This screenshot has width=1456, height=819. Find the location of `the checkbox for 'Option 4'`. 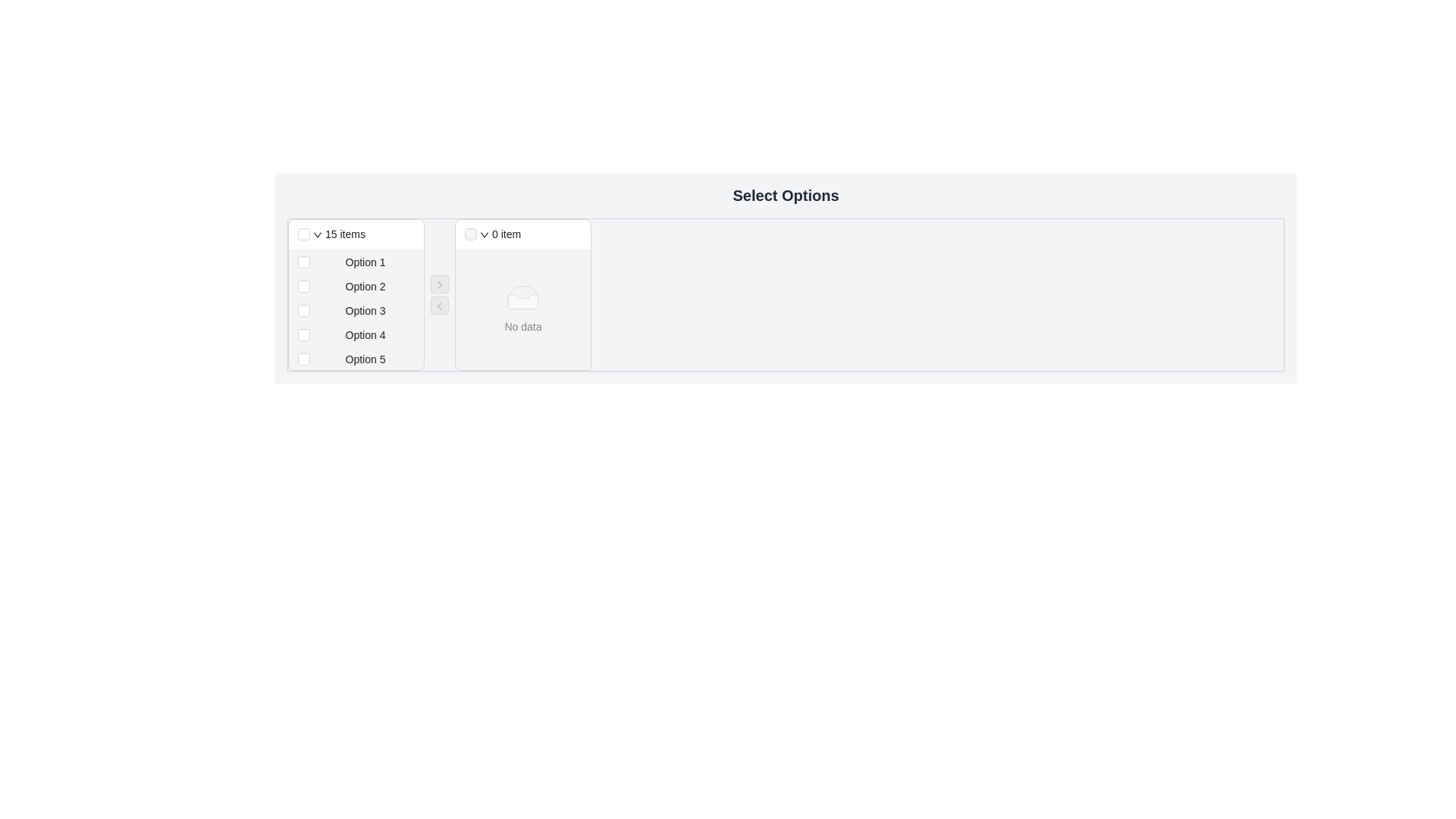

the checkbox for 'Option 4' is located at coordinates (356, 334).